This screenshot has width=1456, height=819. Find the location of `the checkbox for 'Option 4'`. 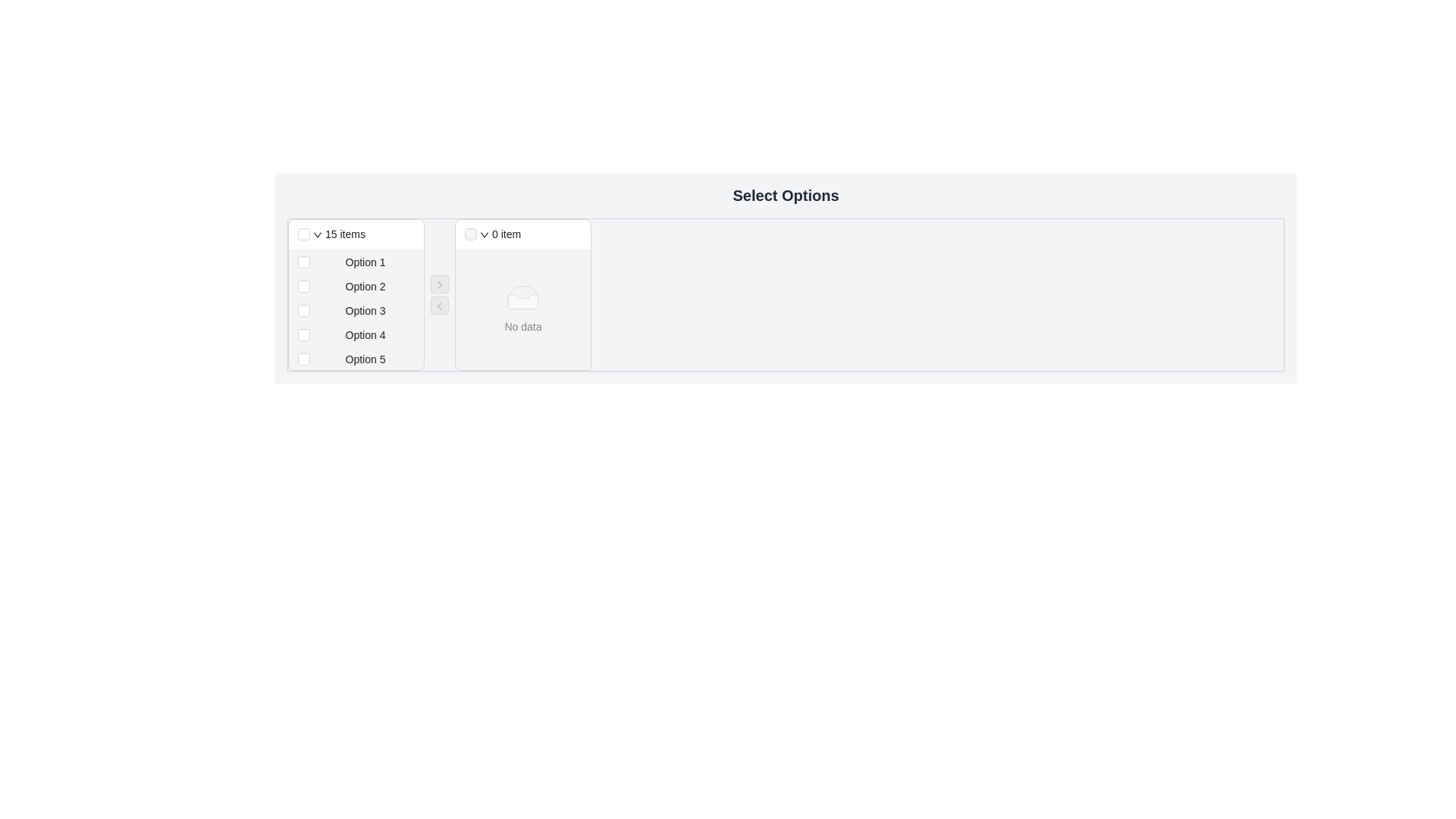

the checkbox for 'Option 4' is located at coordinates (356, 334).